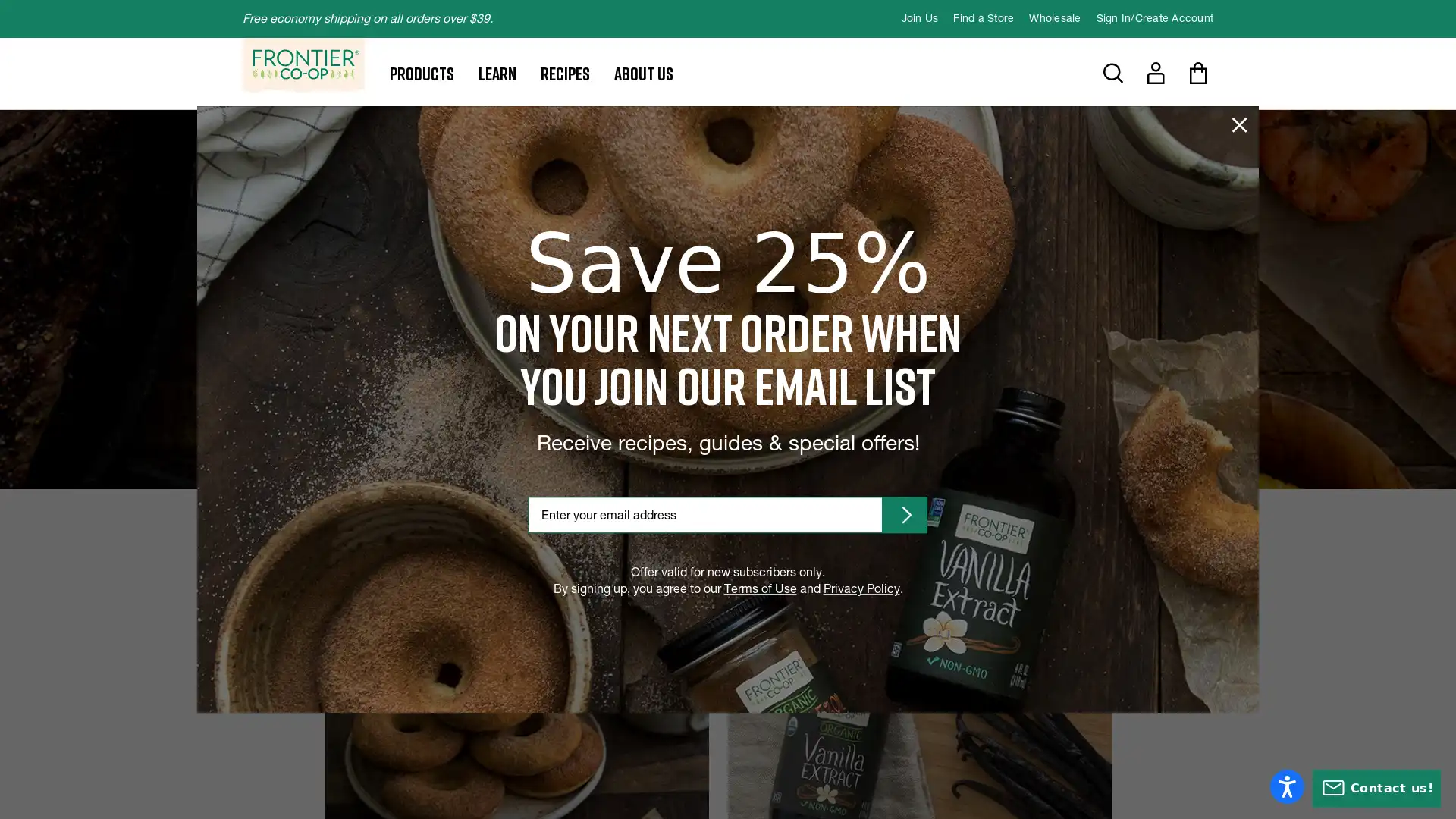 The height and width of the screenshot is (819, 1456). I want to click on Learn, so click(497, 73).